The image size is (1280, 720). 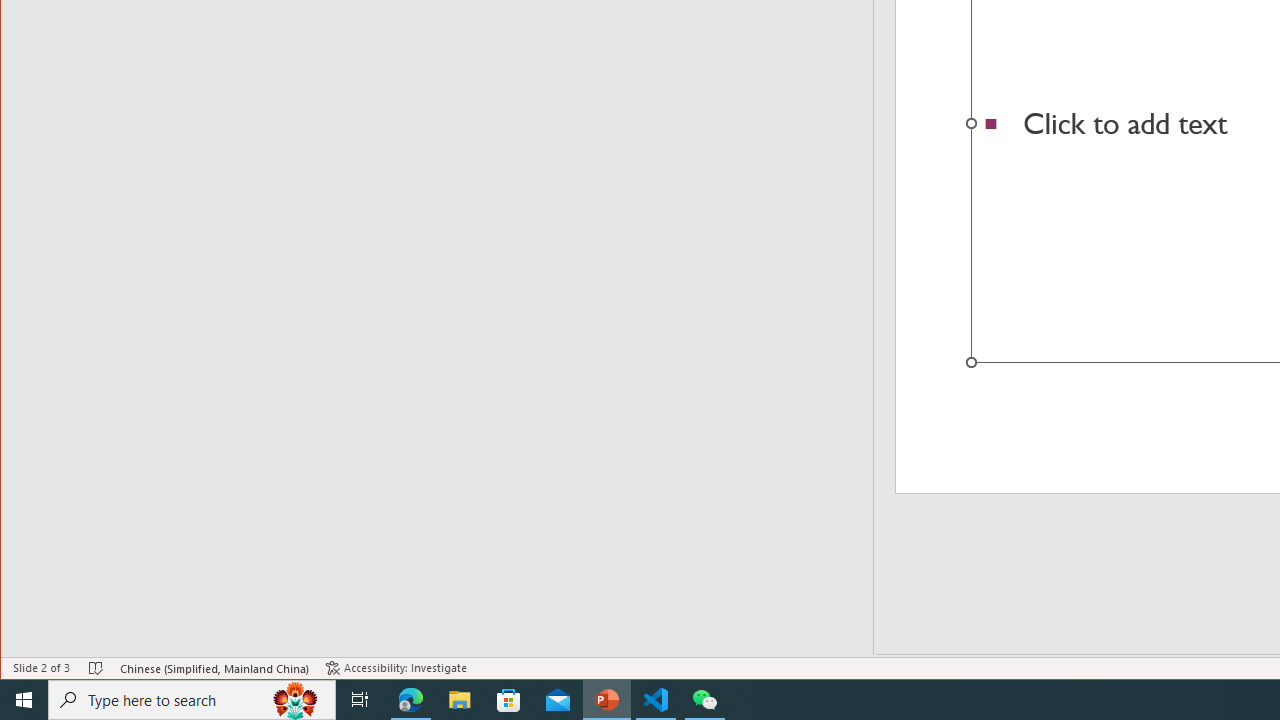 What do you see at coordinates (606, 698) in the screenshot?
I see `'PowerPoint - 1 running window'` at bounding box center [606, 698].